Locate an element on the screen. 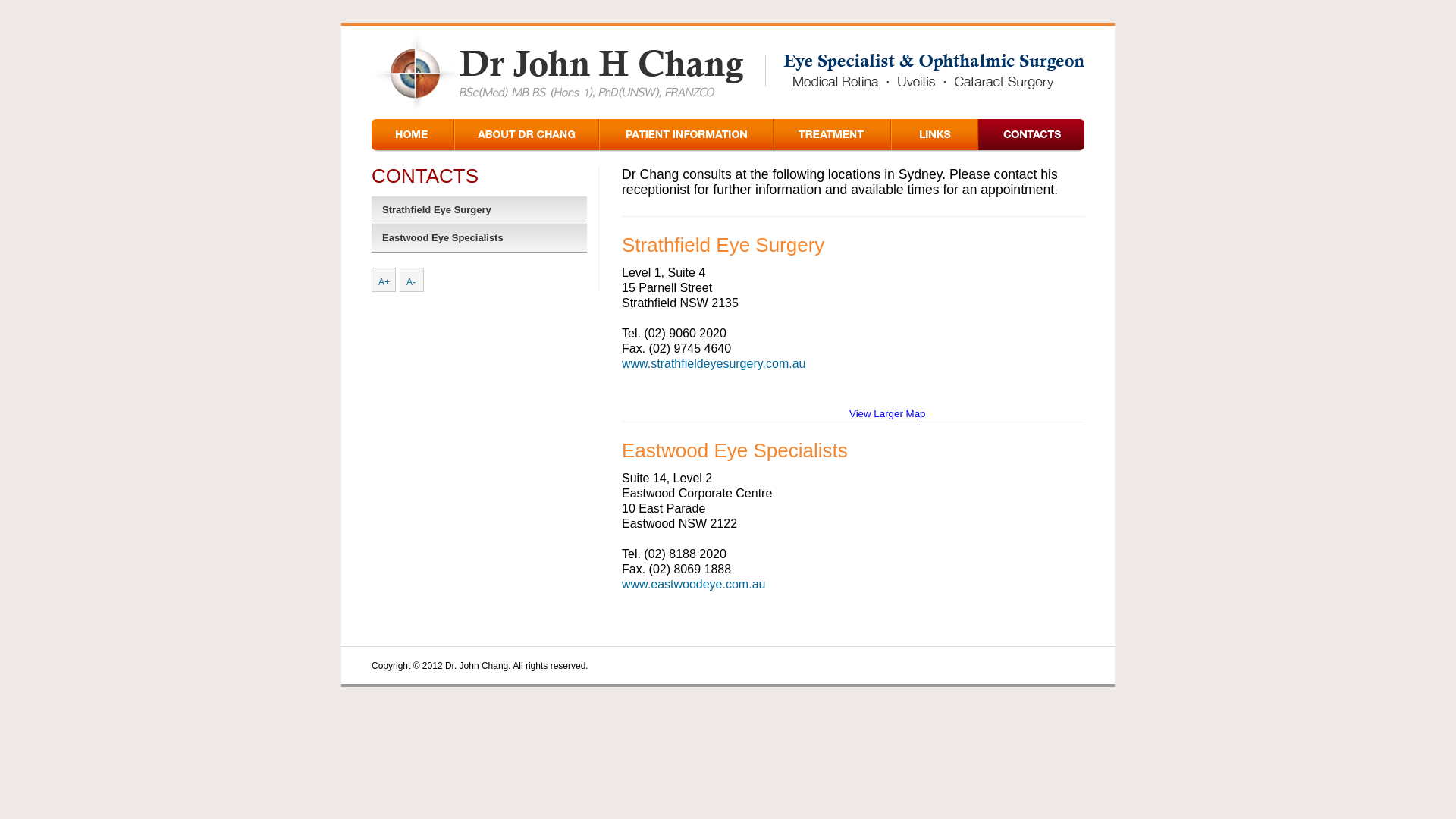  'Links' is located at coordinates (934, 134).